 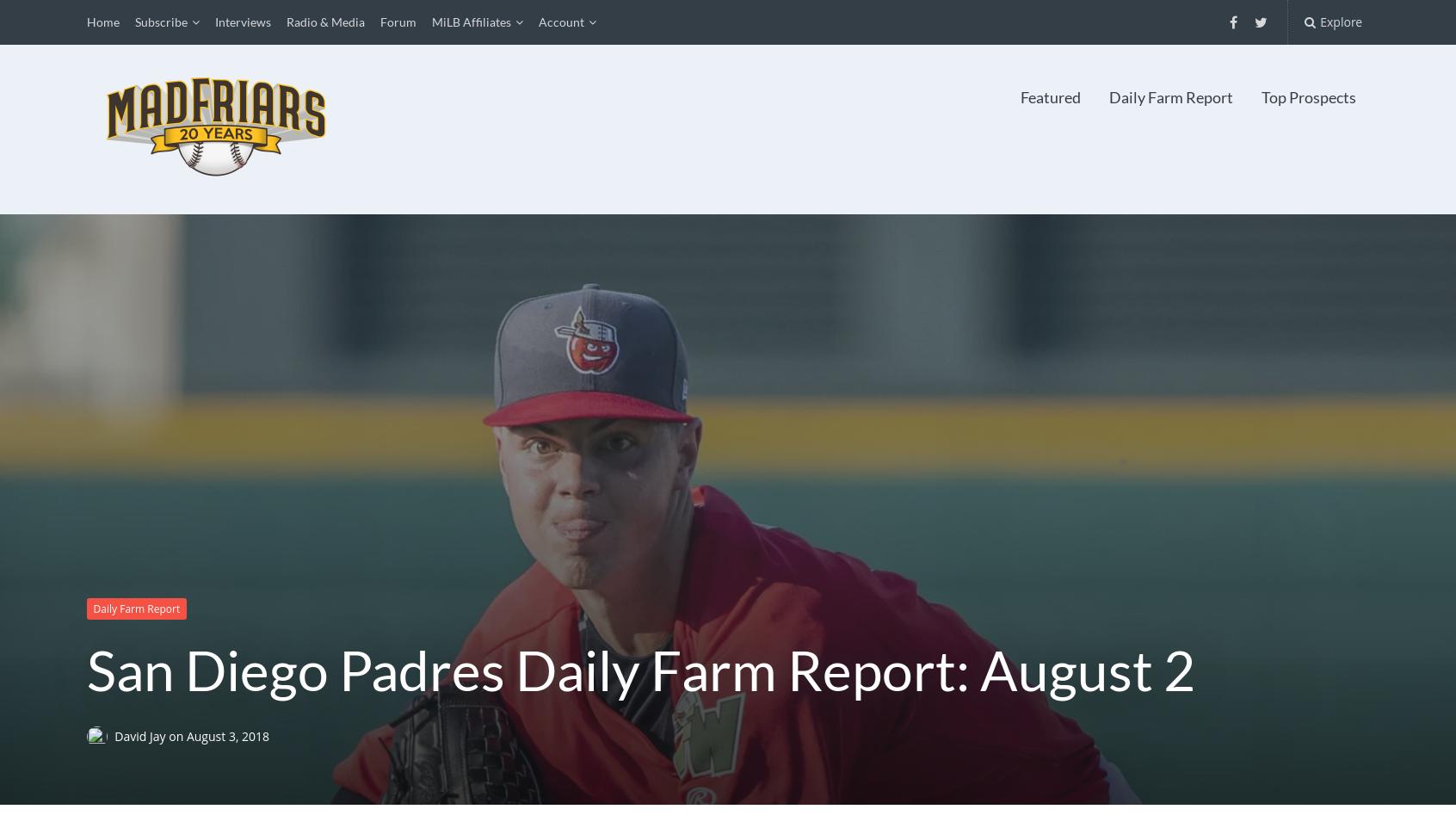 What do you see at coordinates (639, 668) in the screenshot?
I see `'San Diego Padres Daily Farm Report: August 2'` at bounding box center [639, 668].